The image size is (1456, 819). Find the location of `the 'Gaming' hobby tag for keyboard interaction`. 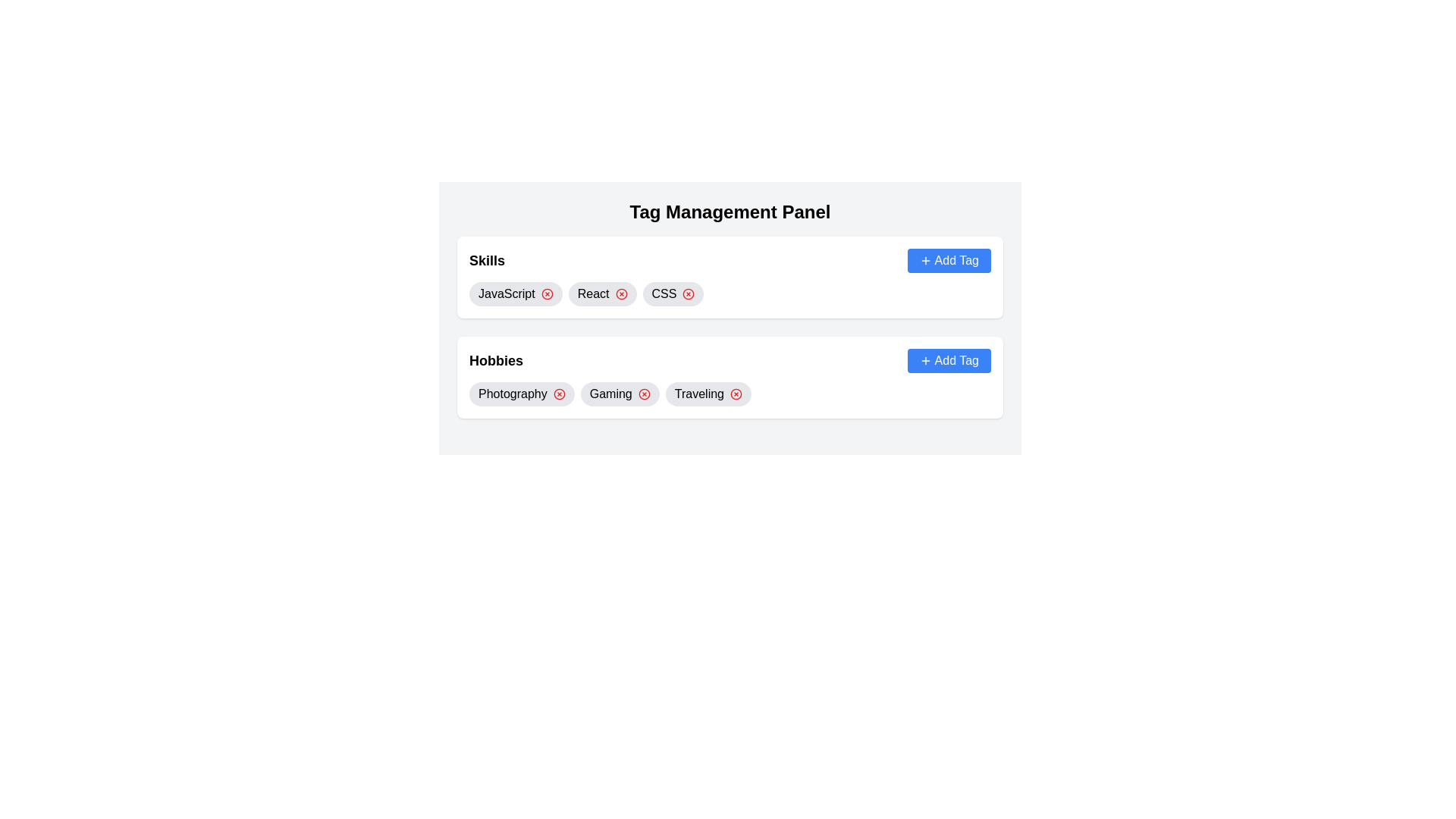

the 'Gaming' hobby tag for keyboard interaction is located at coordinates (620, 394).